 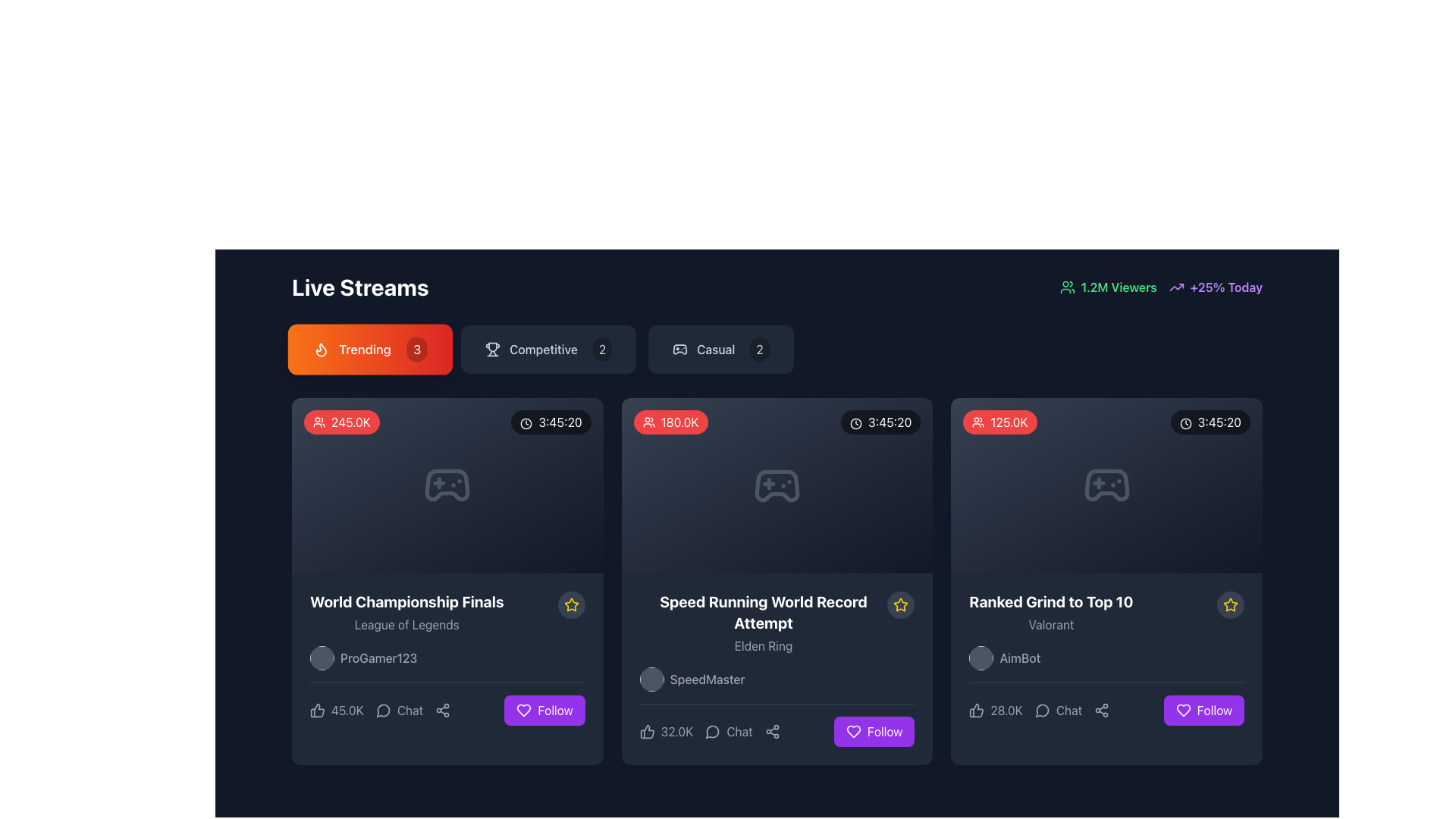 I want to click on the game controller icon, which is centrally located within a card layout in the second column of a row of three cards, above the text 'Speed Running World Record Attempt', so click(x=777, y=485).